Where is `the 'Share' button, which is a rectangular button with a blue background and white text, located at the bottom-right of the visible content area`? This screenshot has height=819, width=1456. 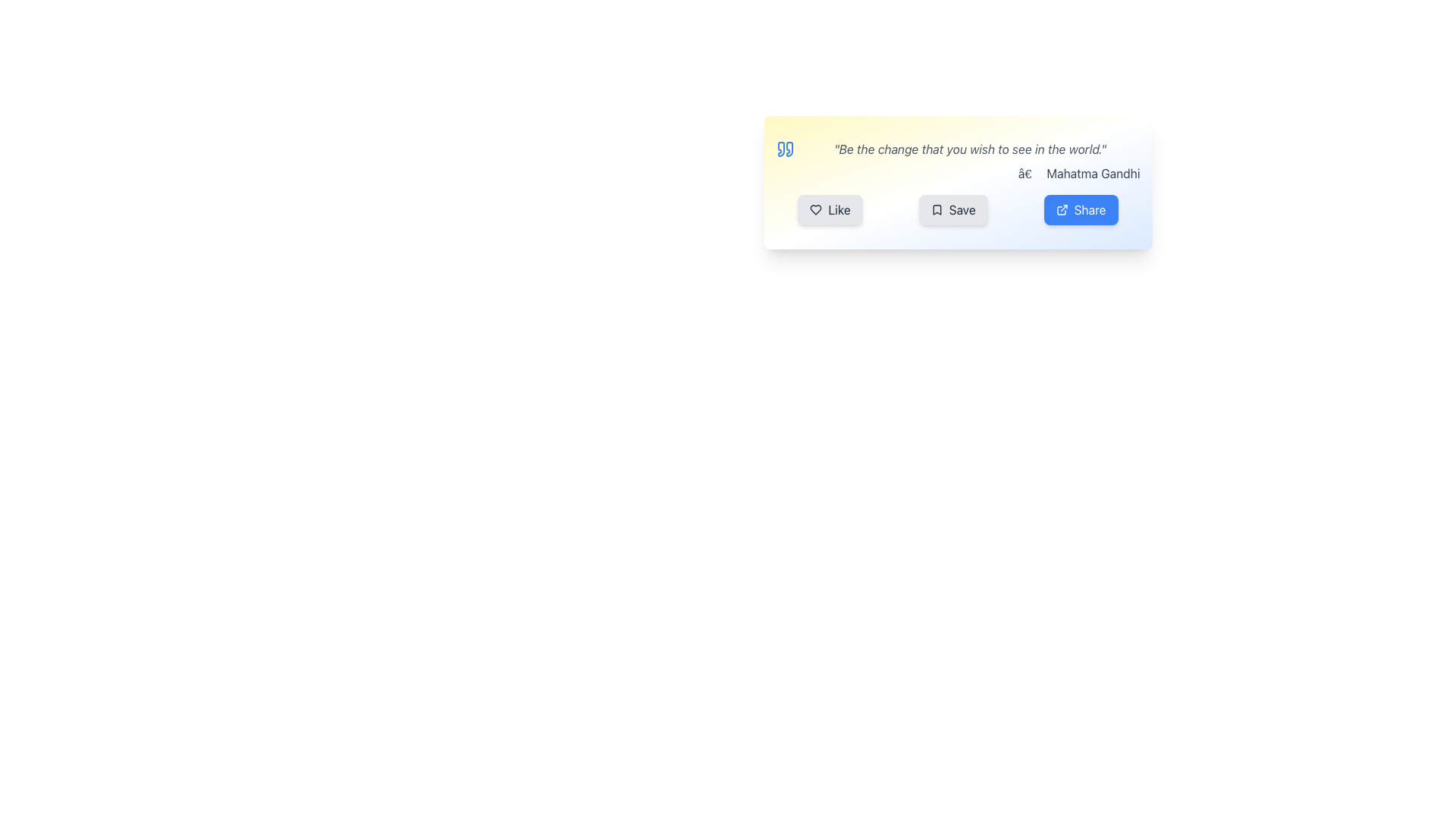
the 'Share' button, which is a rectangular button with a blue background and white text, located at the bottom-right of the visible content area is located at coordinates (1080, 210).